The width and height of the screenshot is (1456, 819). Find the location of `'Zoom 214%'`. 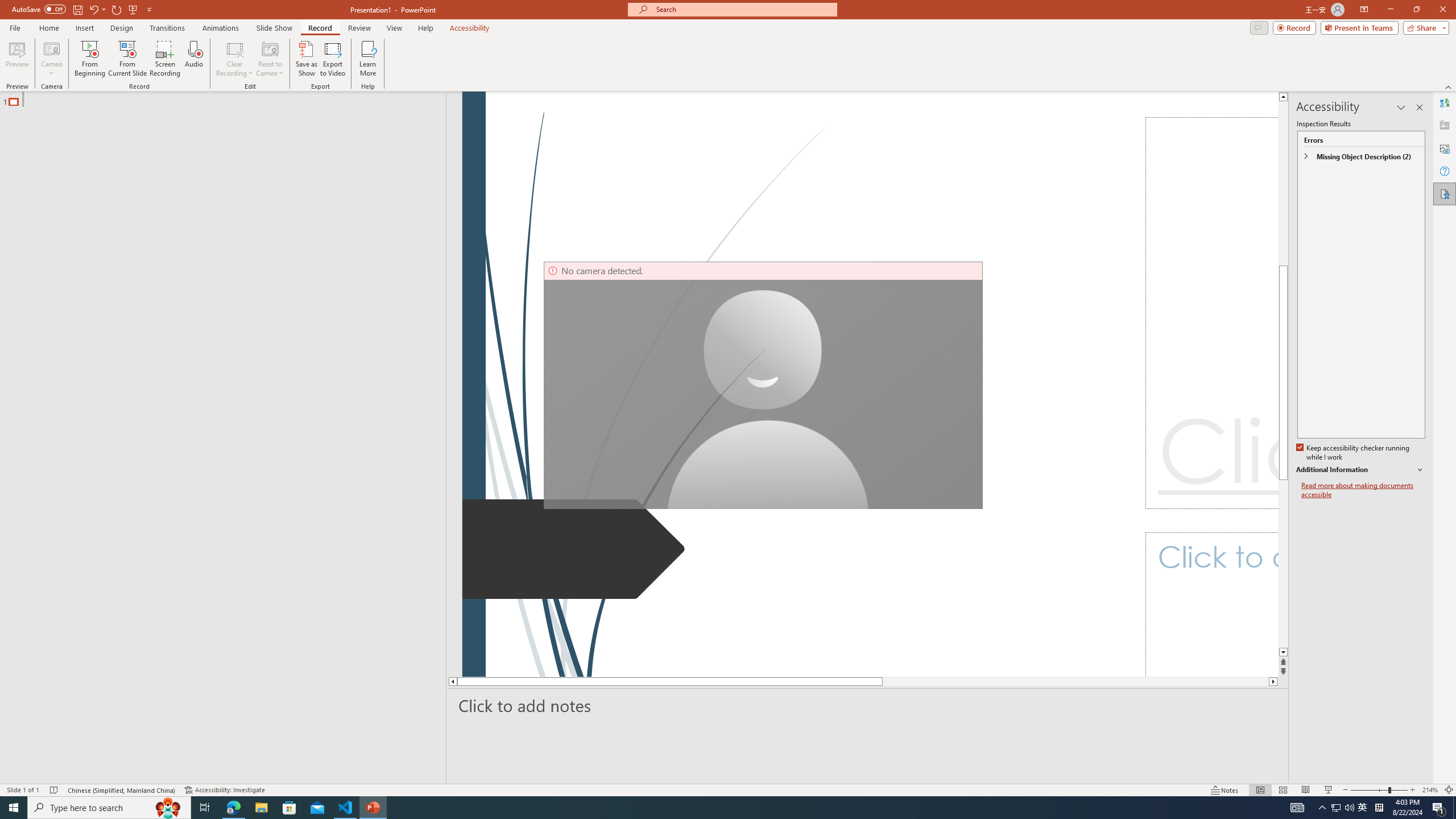

'Zoom 214%' is located at coordinates (1430, 790).